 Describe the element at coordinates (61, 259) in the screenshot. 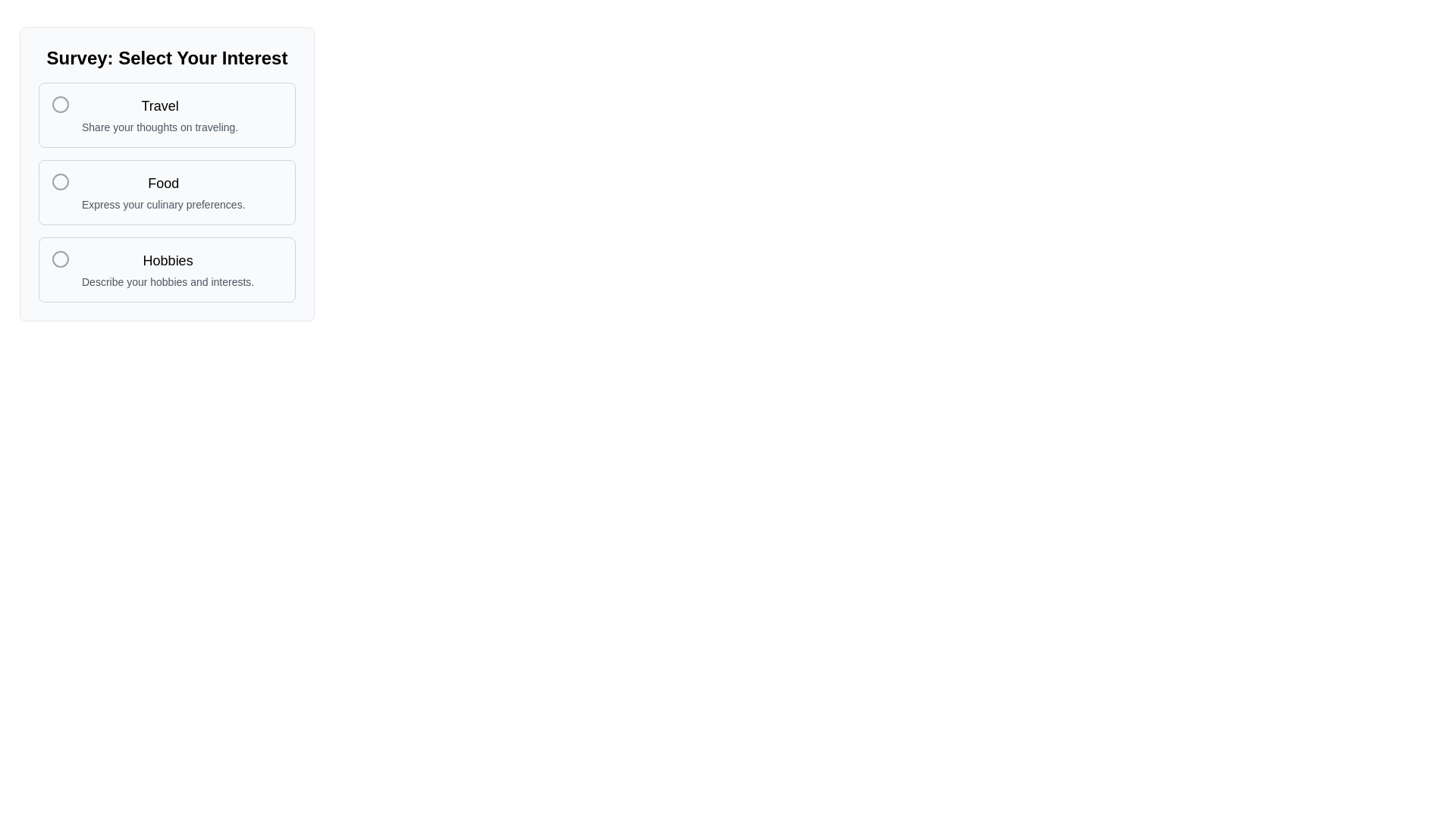

I see `the Circular Icon or Unselected Radio Button for the 'Hobbies' category in the survey` at that location.